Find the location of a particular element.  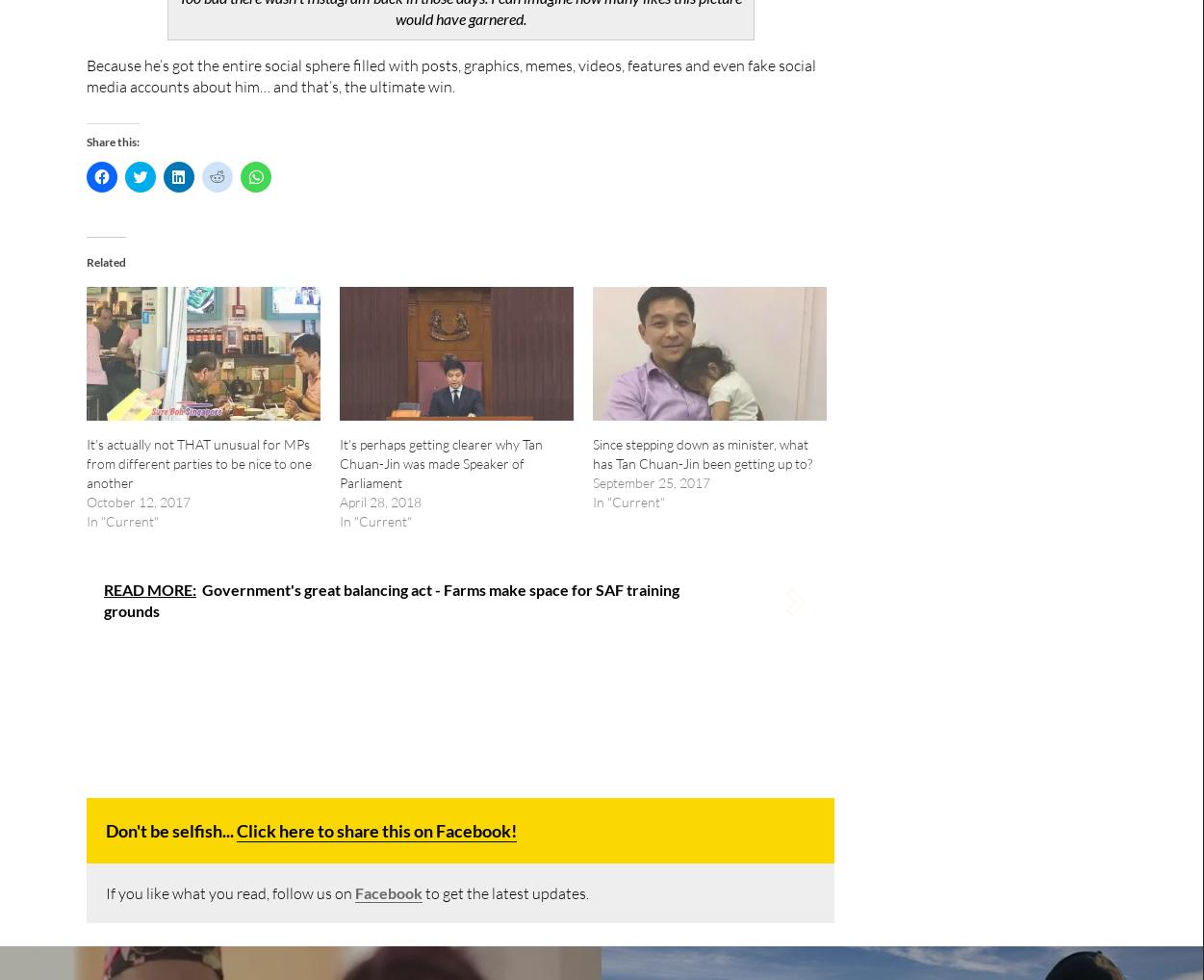

'to get the latest updates.' is located at coordinates (504, 890).